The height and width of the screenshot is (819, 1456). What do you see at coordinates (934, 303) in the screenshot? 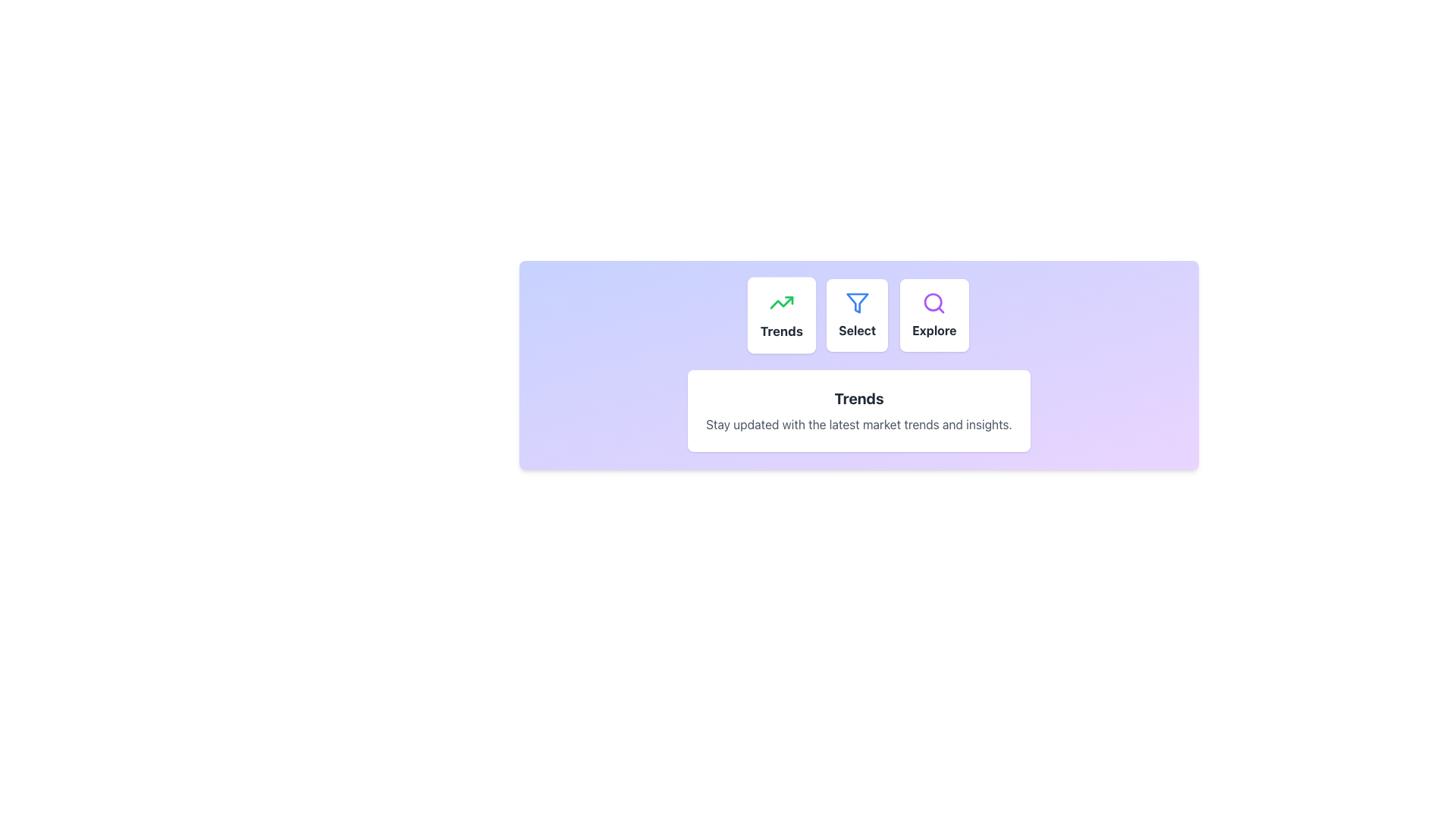
I see `the vibrant purple magnifying glass icon, which is located within the rounded white background in the 'Explore' section of the interface` at bounding box center [934, 303].